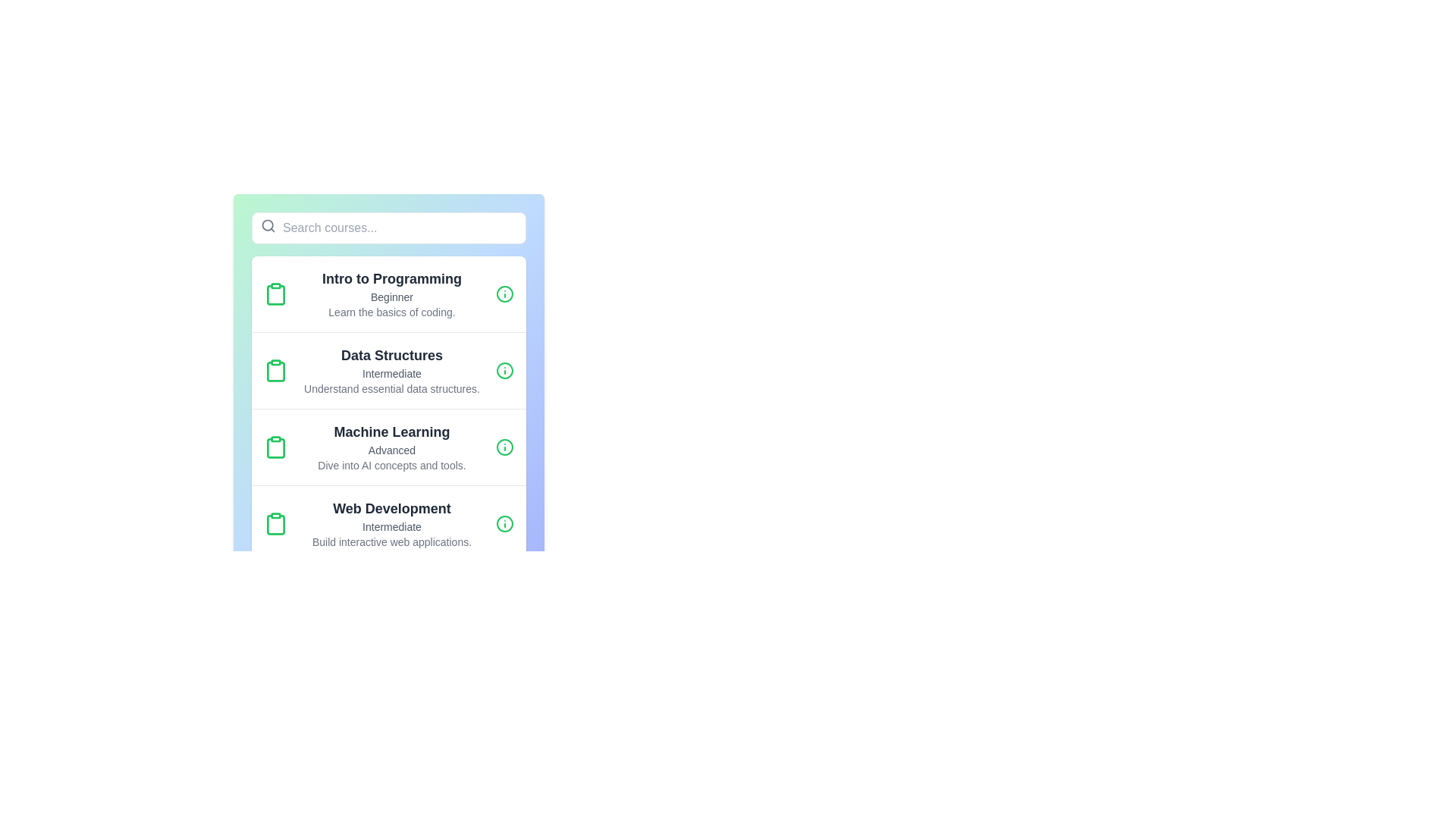 The width and height of the screenshot is (1456, 819). Describe the element at coordinates (392, 509) in the screenshot. I see `the text label containing 'Web Development', styled in bold and dark gray, which is the fourth list item in the course titles list` at that location.